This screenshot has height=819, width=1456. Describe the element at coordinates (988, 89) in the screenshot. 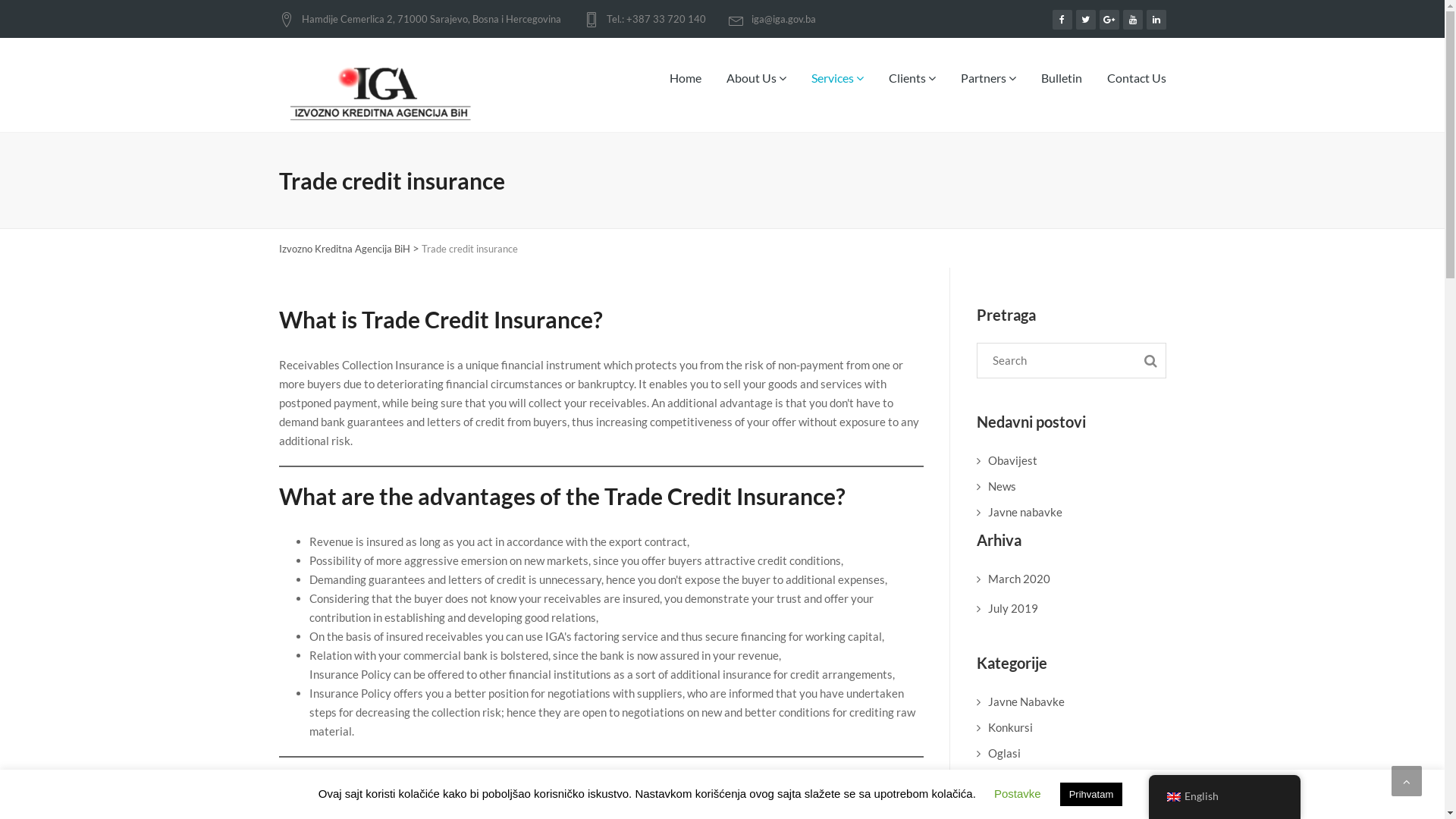

I see `'Partners'` at that location.